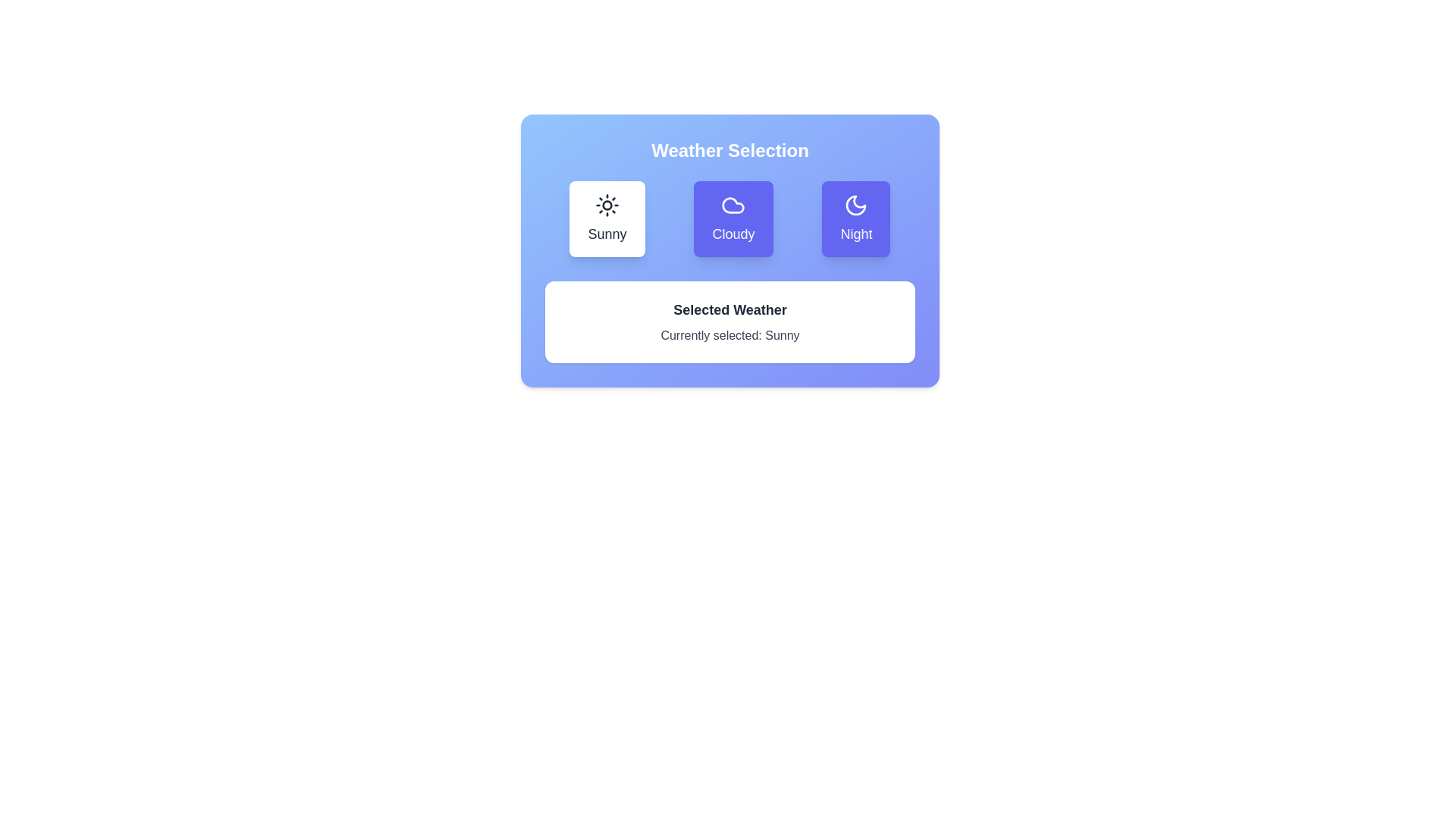 Image resolution: width=1456 pixels, height=819 pixels. What do you see at coordinates (607, 205) in the screenshot?
I see `the sunny weather icon, which is a graphic representation of the sun located within the white-bordered 'Sunny' box, positioned at the center of the box above the label text` at bounding box center [607, 205].